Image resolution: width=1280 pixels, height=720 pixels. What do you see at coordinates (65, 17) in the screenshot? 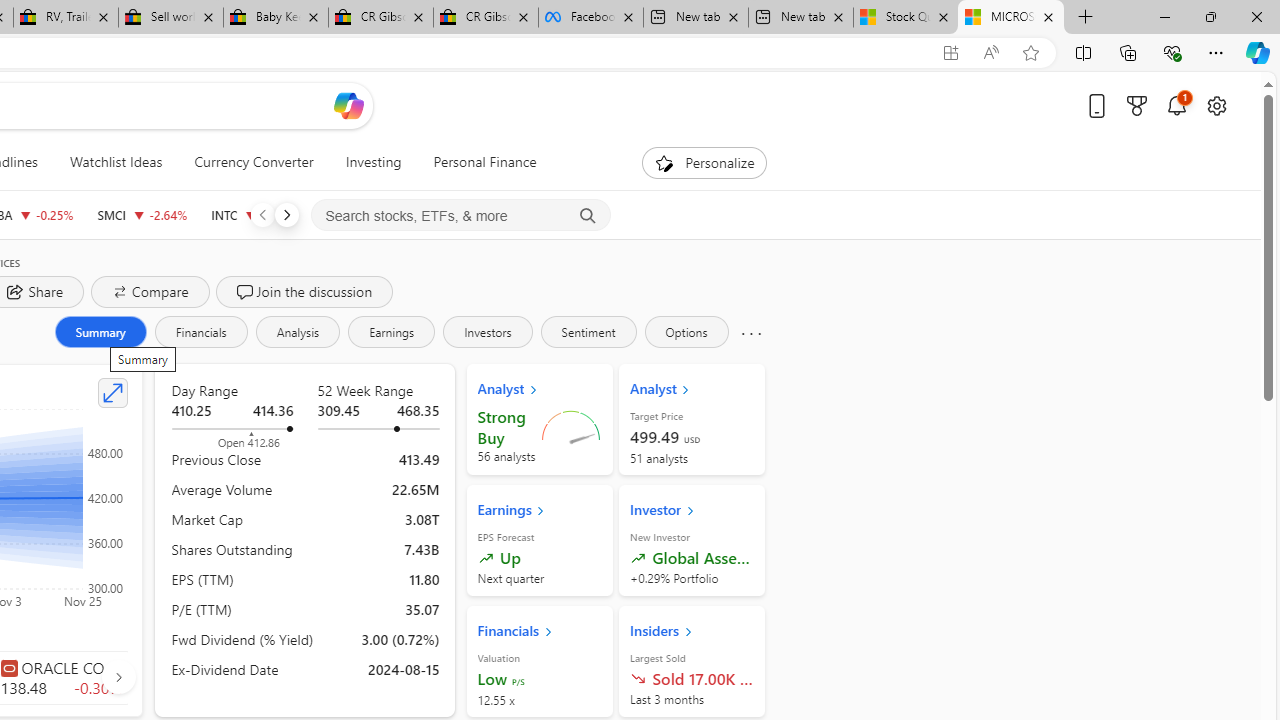
I see `'RV, Trailer & Camper Steps & Ladders for sale | eBay'` at bounding box center [65, 17].